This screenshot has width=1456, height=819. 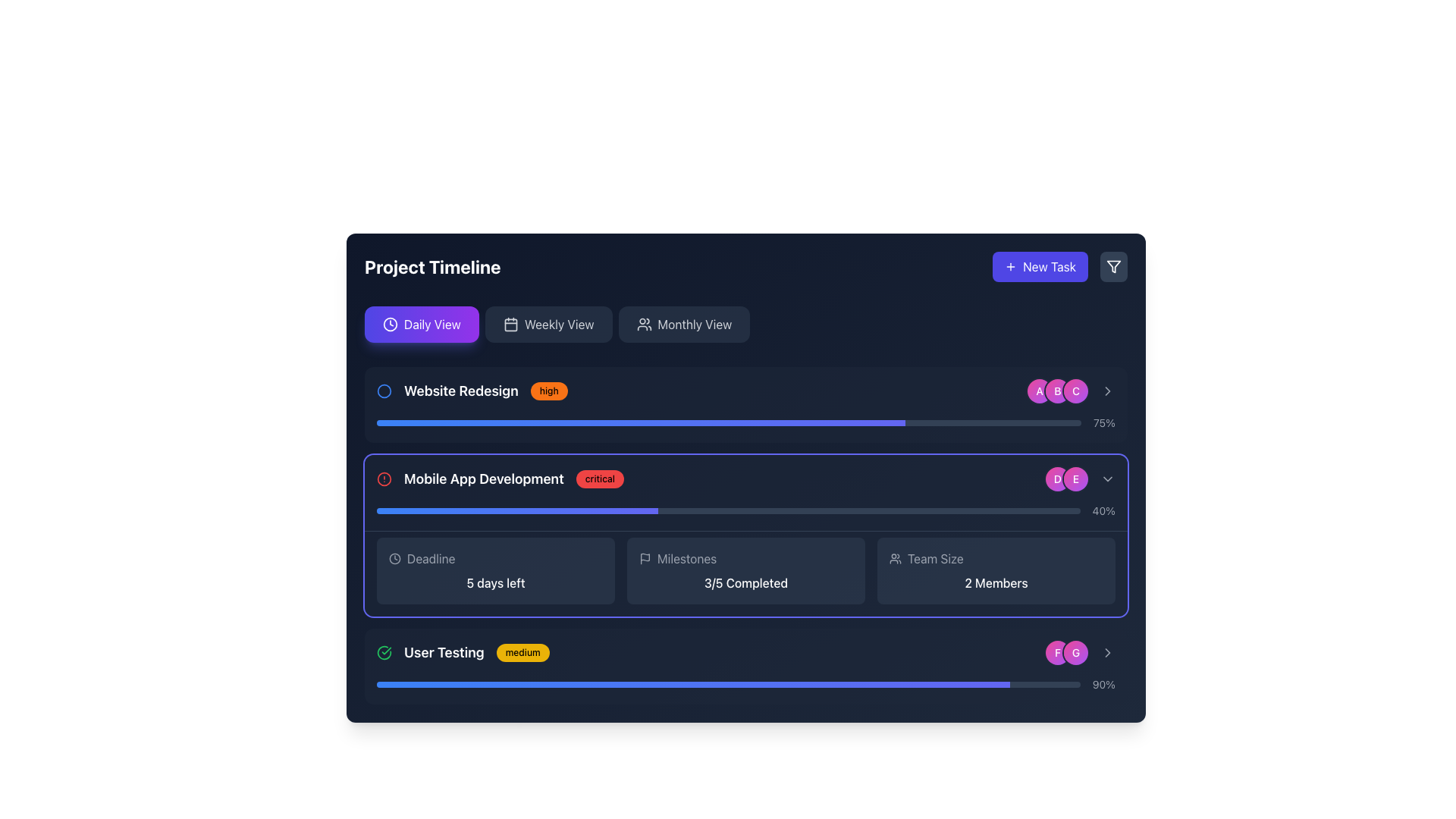 I want to click on the filter button with a dark slate-gray background and a funnel icon, so click(x=1113, y=265).